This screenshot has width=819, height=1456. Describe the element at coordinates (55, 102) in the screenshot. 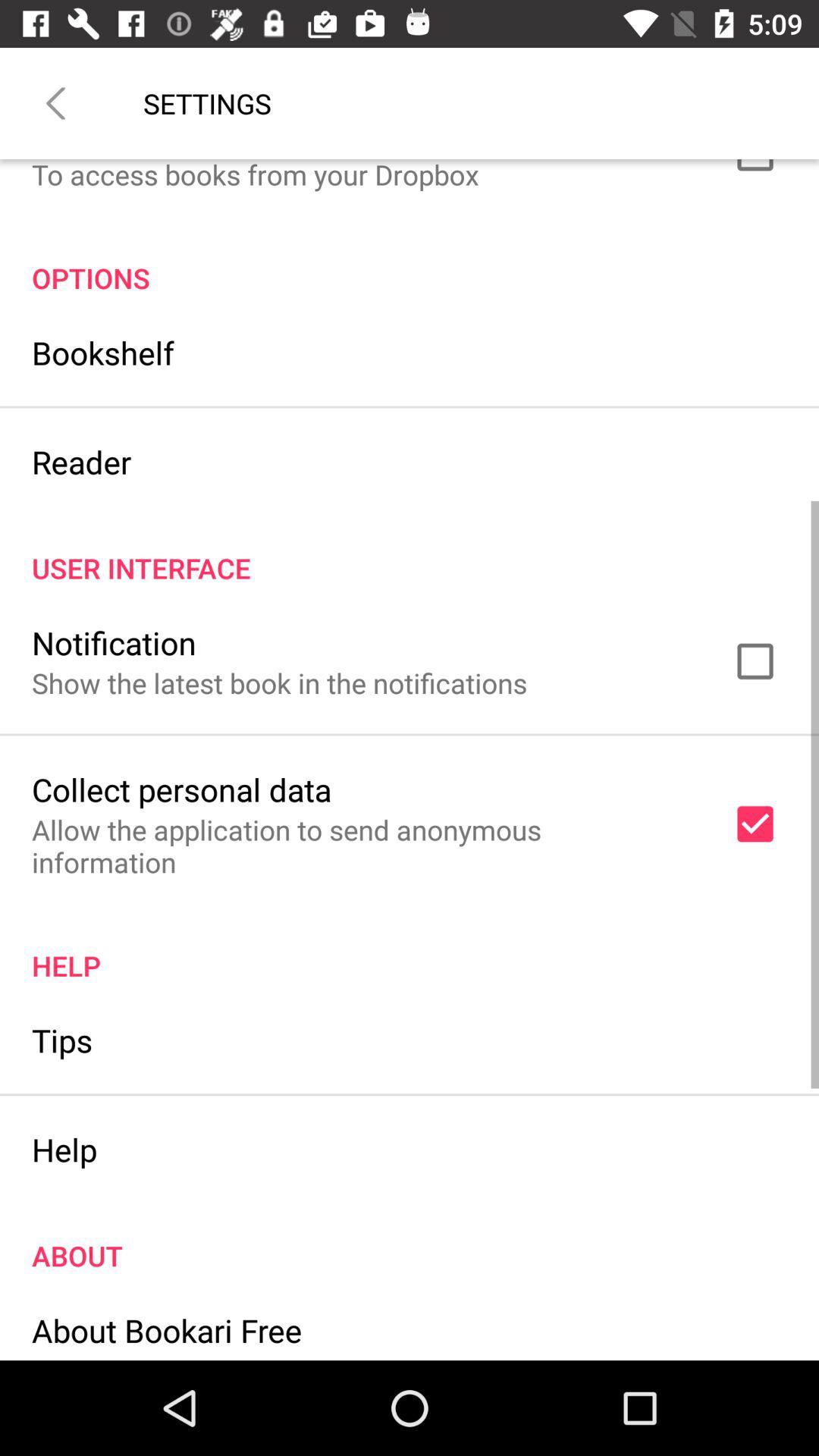

I see `icon above to access books` at that location.